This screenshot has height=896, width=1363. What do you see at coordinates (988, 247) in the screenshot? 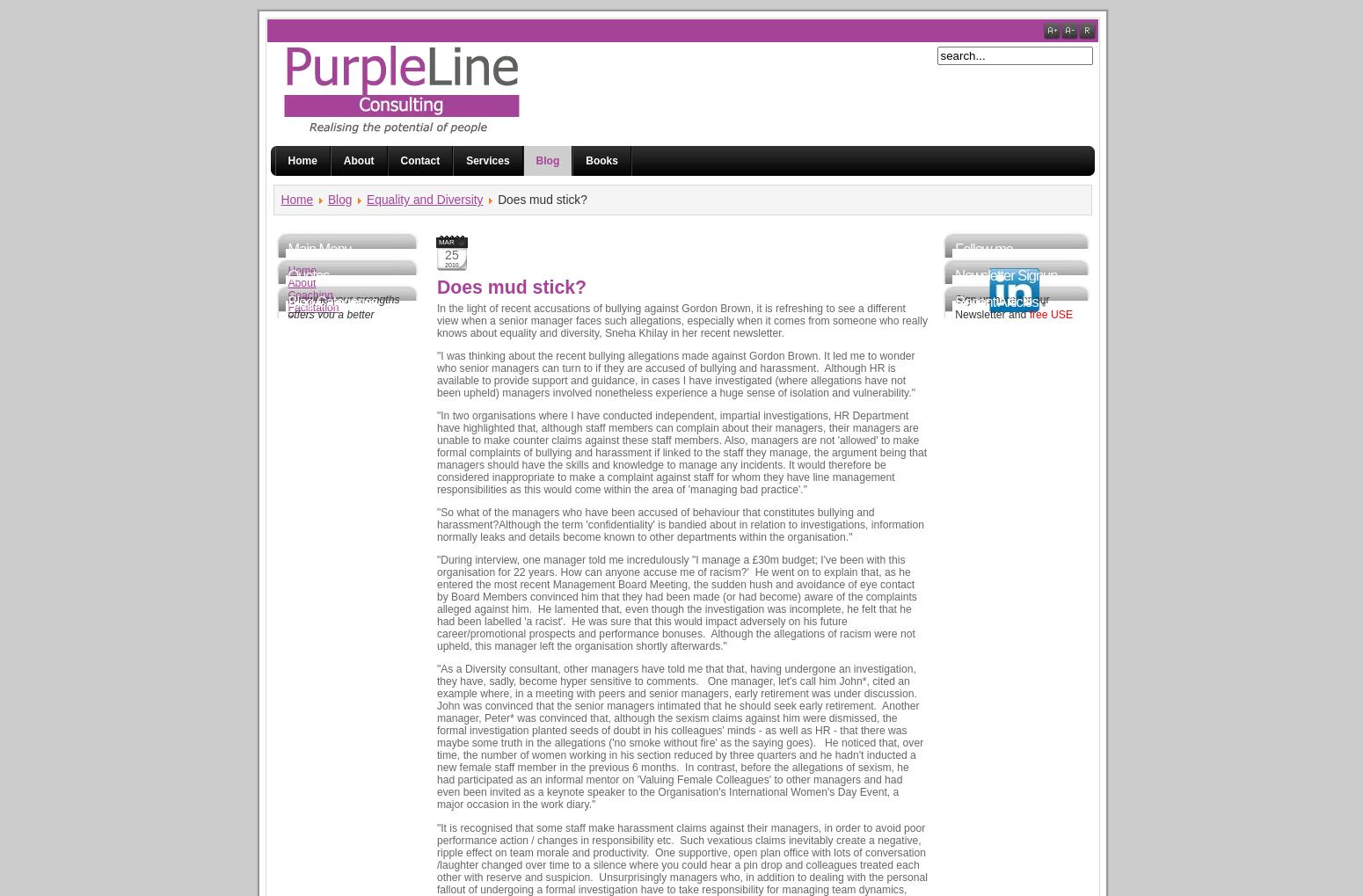
I see `'Follow me...'` at bounding box center [988, 247].